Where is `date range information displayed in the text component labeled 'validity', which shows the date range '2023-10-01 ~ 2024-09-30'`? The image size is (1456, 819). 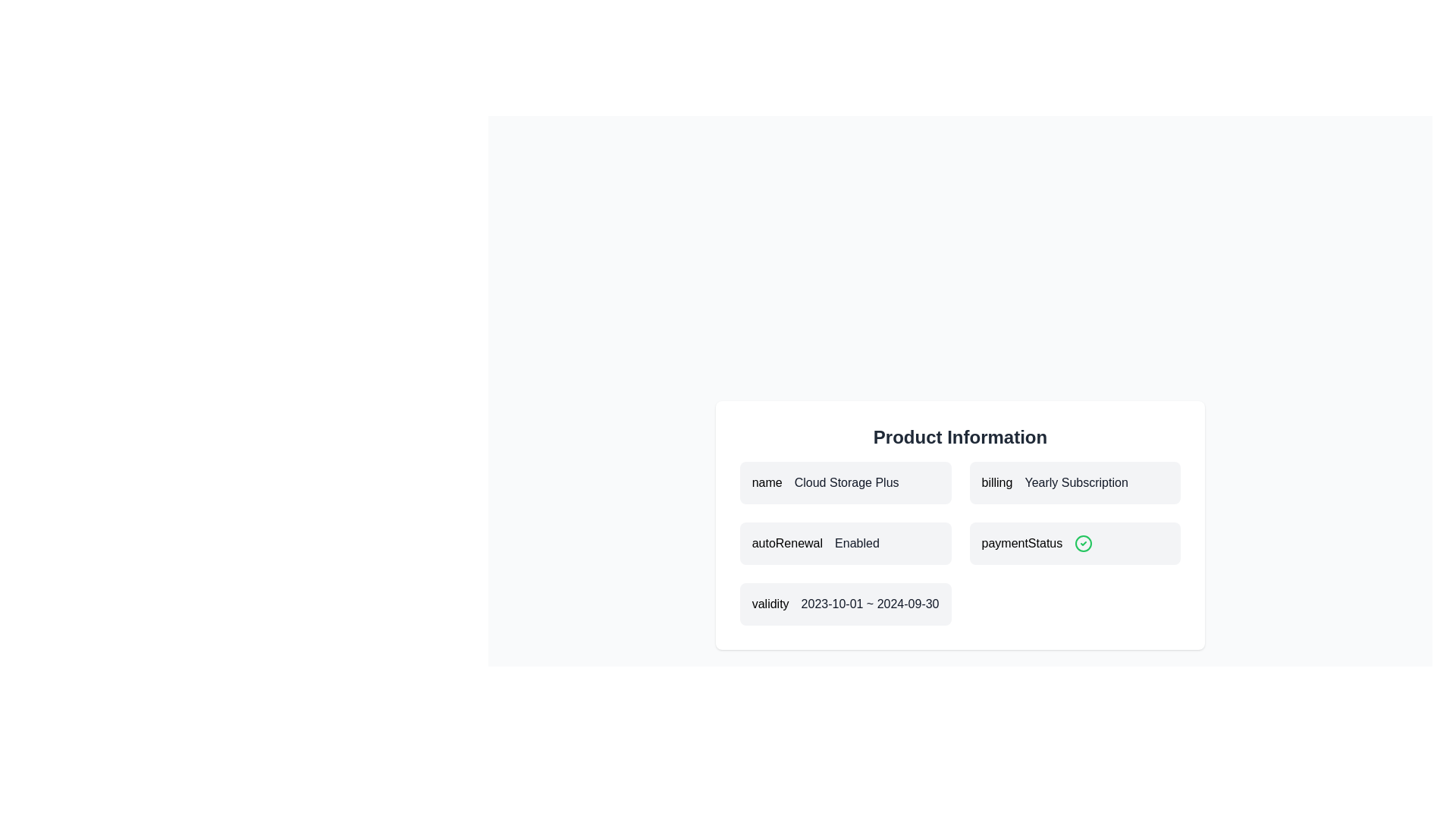
date range information displayed in the text component labeled 'validity', which shows the date range '2023-10-01 ~ 2024-09-30' is located at coordinates (845, 604).